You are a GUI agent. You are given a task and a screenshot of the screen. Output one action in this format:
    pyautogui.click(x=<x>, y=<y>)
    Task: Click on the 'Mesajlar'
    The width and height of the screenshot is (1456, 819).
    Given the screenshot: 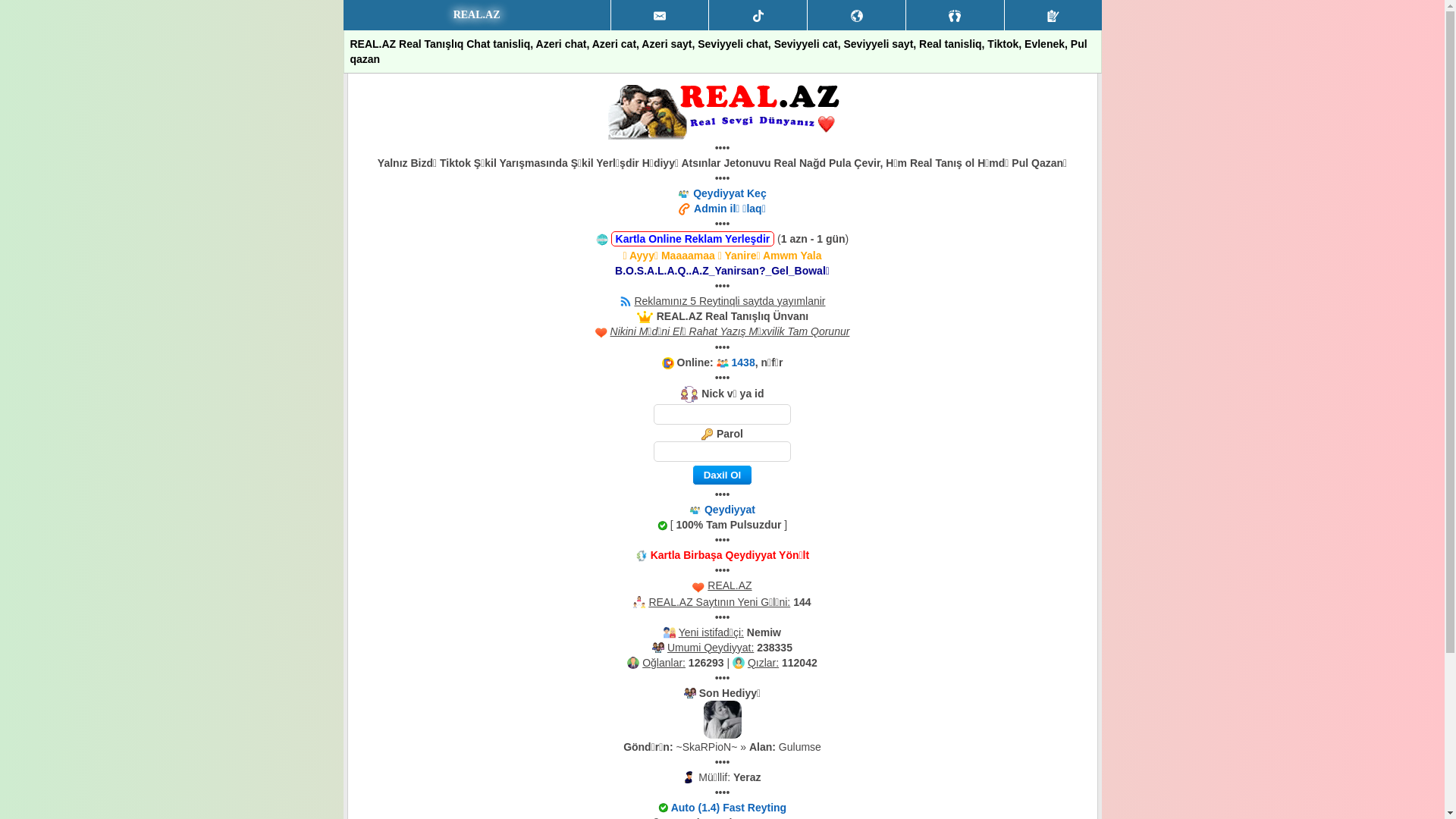 What is the action you would take?
    pyautogui.click(x=611, y=14)
    